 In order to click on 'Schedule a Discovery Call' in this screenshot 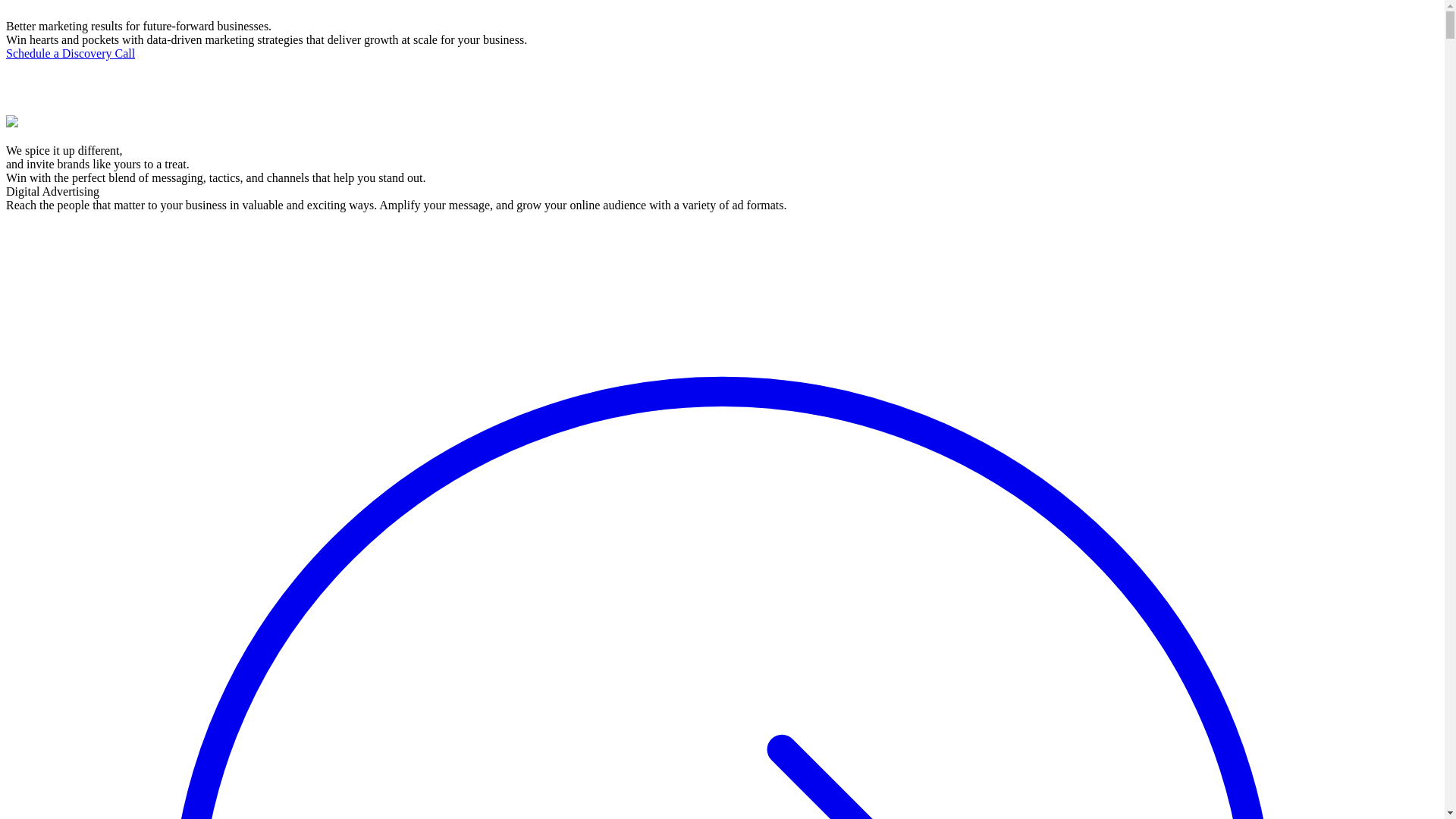, I will do `click(69, 52)`.